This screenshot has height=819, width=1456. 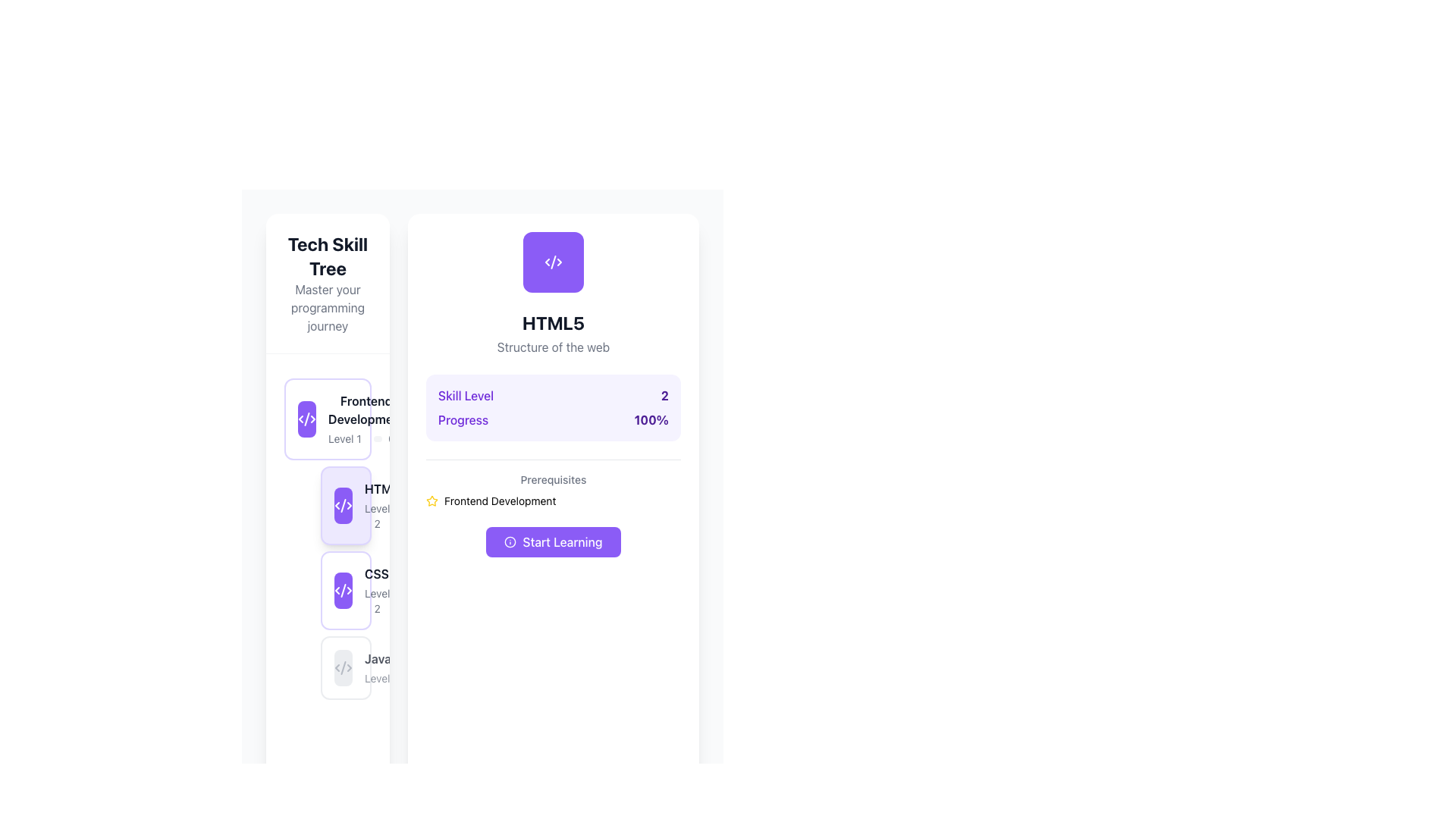 What do you see at coordinates (552, 262) in the screenshot?
I see `the decorative icon button representing the HTML5 section located at the top-center of the card, above the text 'HTML5' and 'Structure of the web'` at bounding box center [552, 262].